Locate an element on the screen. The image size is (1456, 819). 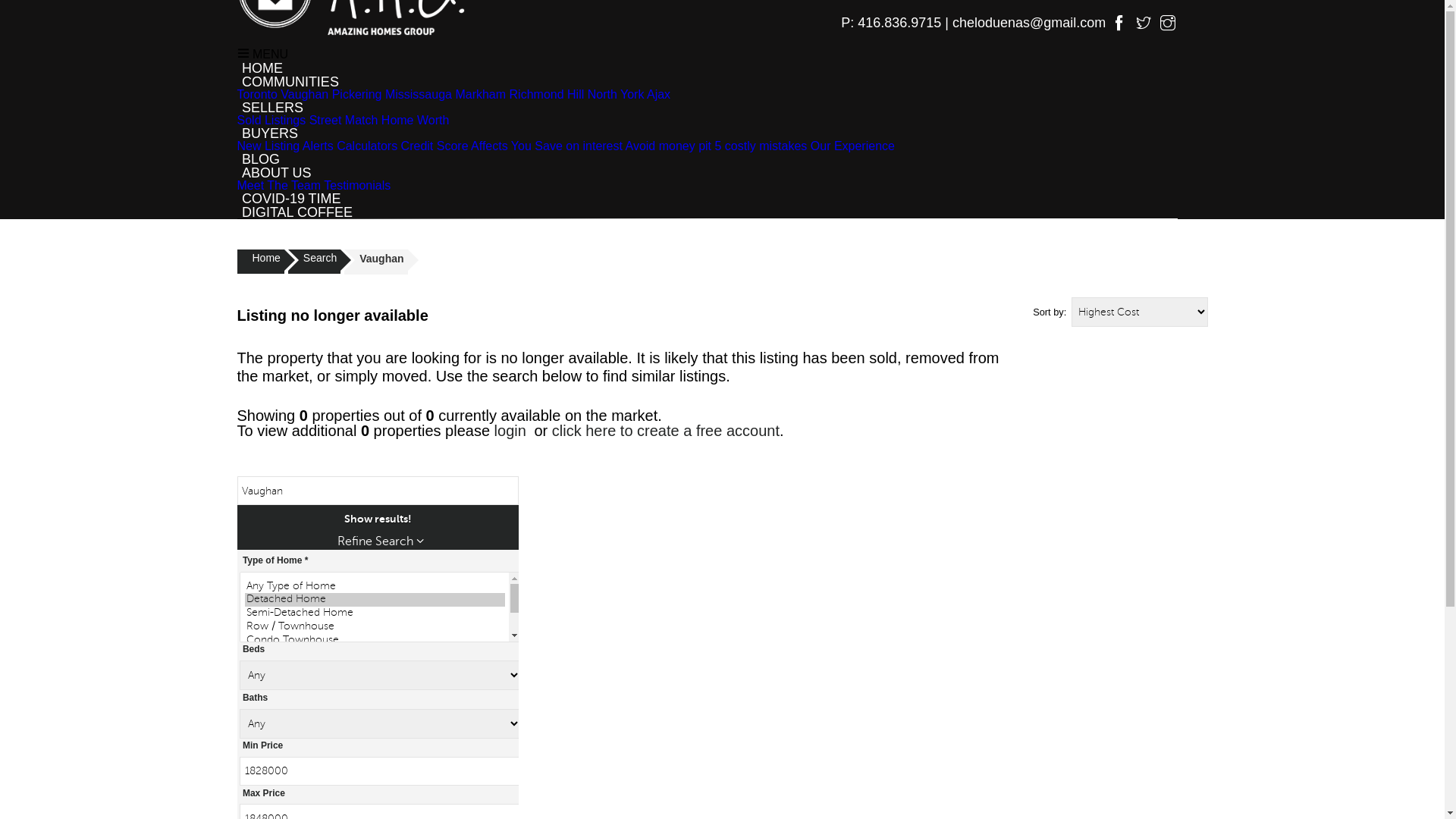
'Search' is located at coordinates (313, 260).